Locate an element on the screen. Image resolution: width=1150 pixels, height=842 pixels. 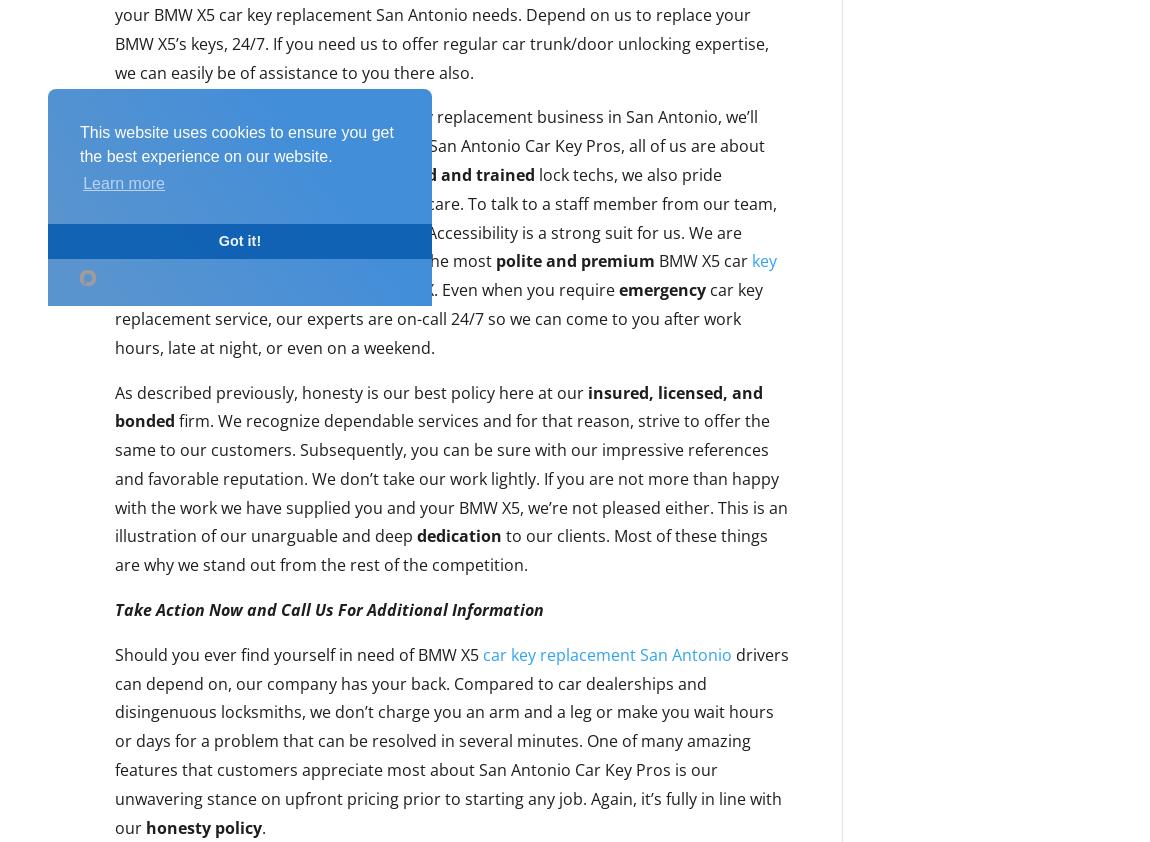
'key replacement assistance in San Antonio' is located at coordinates (445, 275).